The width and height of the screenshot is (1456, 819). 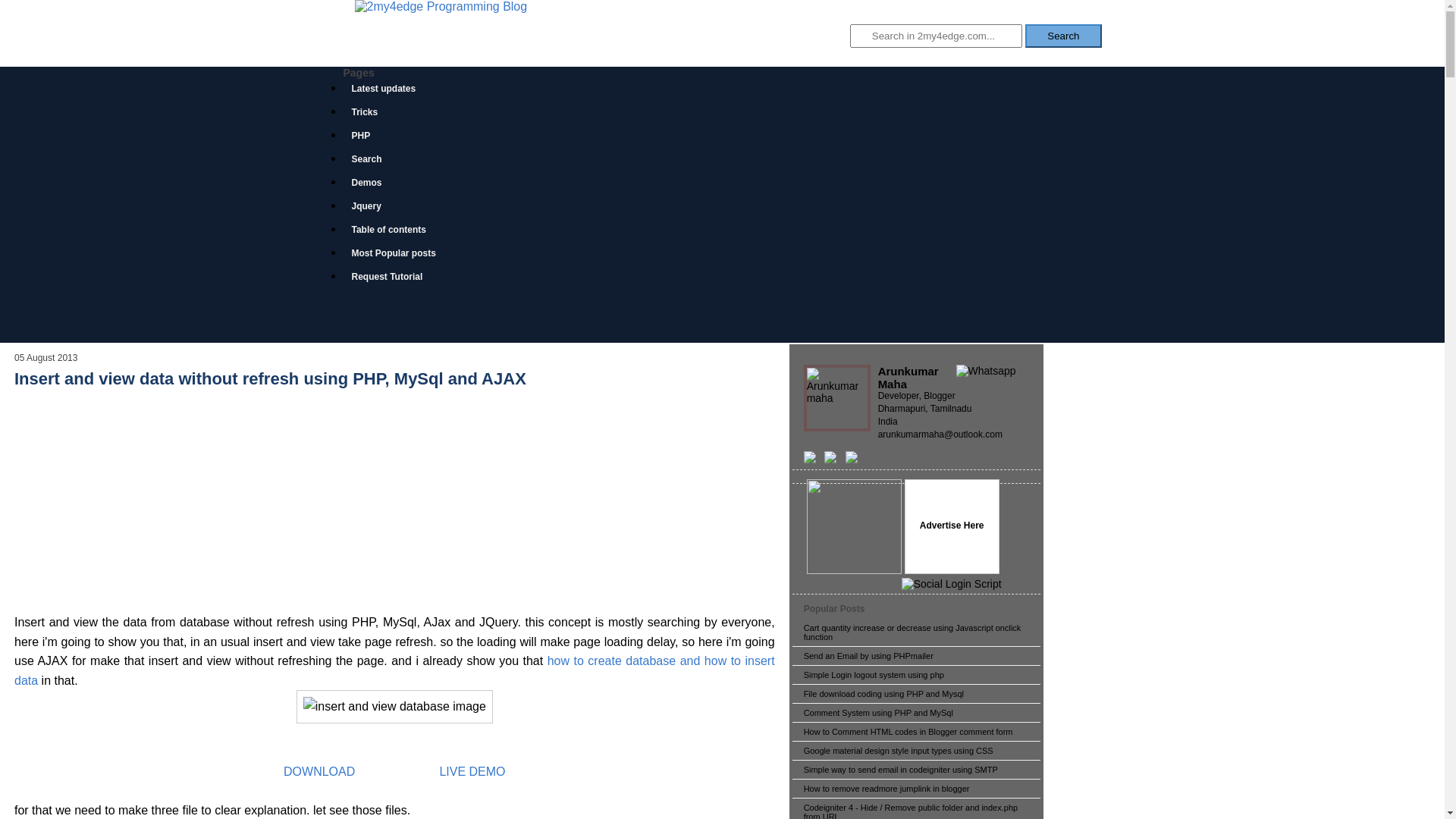 I want to click on 'Send an Email by using PHPmailer', so click(x=868, y=654).